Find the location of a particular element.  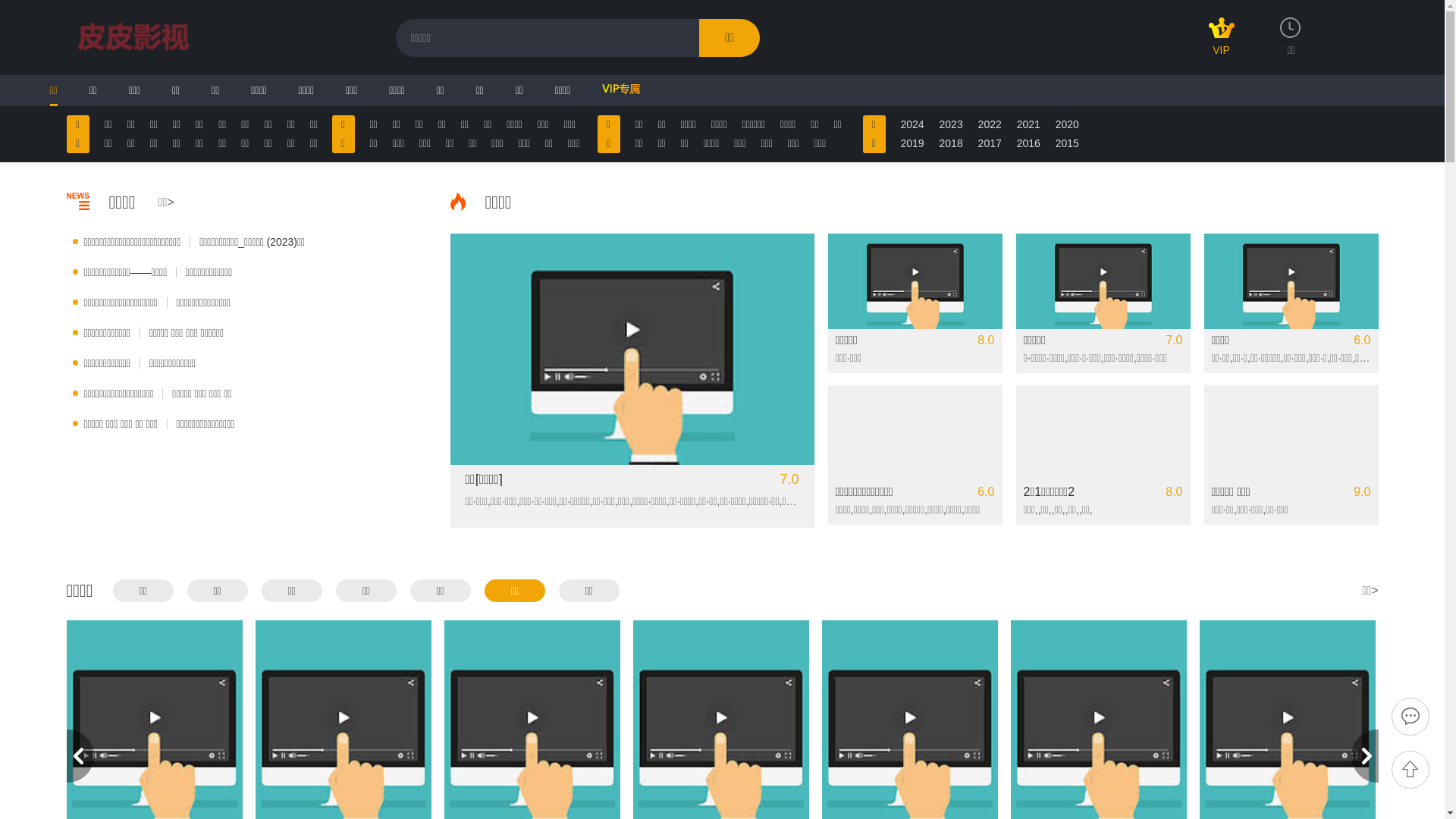

'2019' is located at coordinates (901, 143).